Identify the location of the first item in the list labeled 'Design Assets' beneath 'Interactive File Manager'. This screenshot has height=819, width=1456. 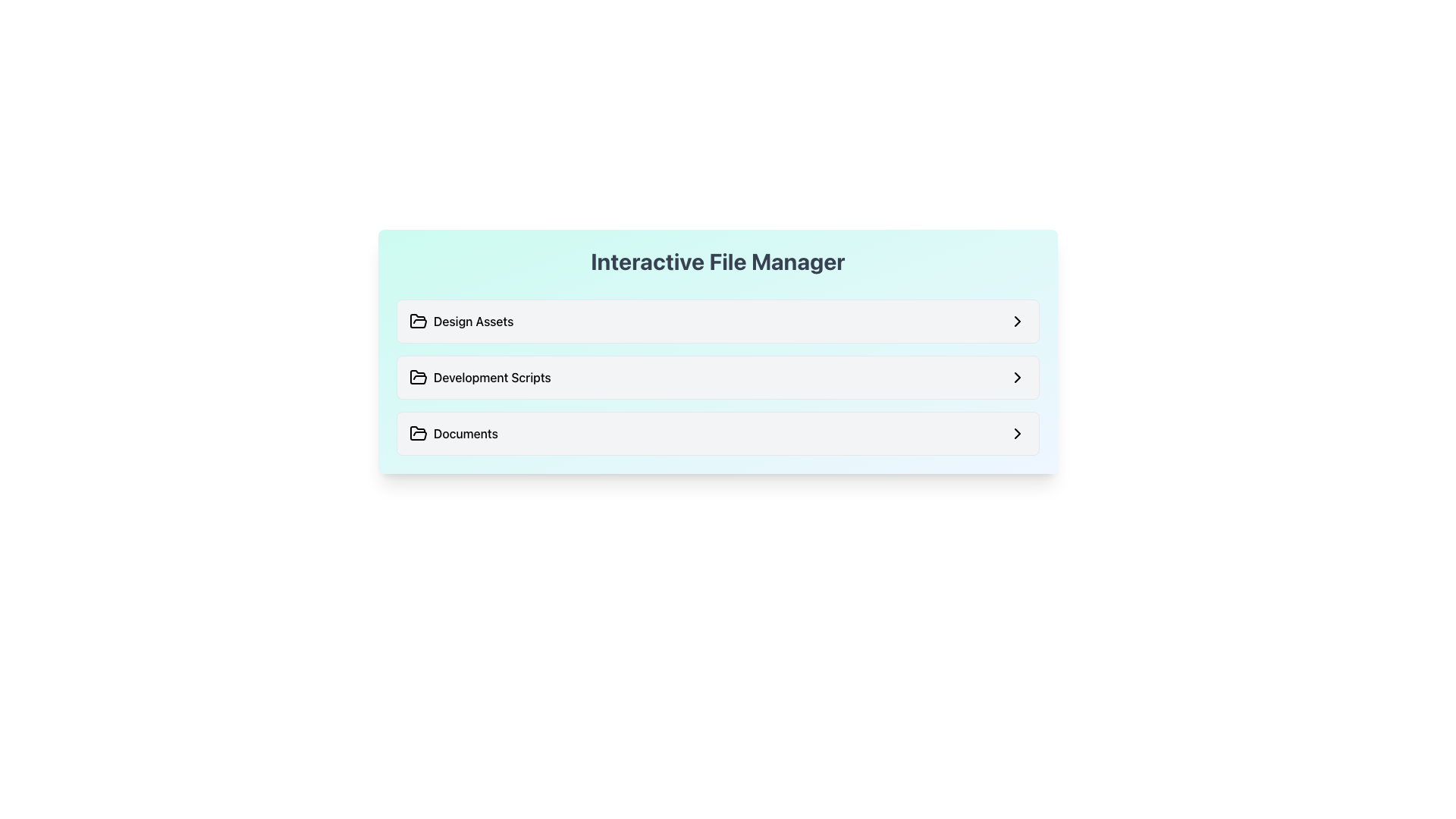
(717, 321).